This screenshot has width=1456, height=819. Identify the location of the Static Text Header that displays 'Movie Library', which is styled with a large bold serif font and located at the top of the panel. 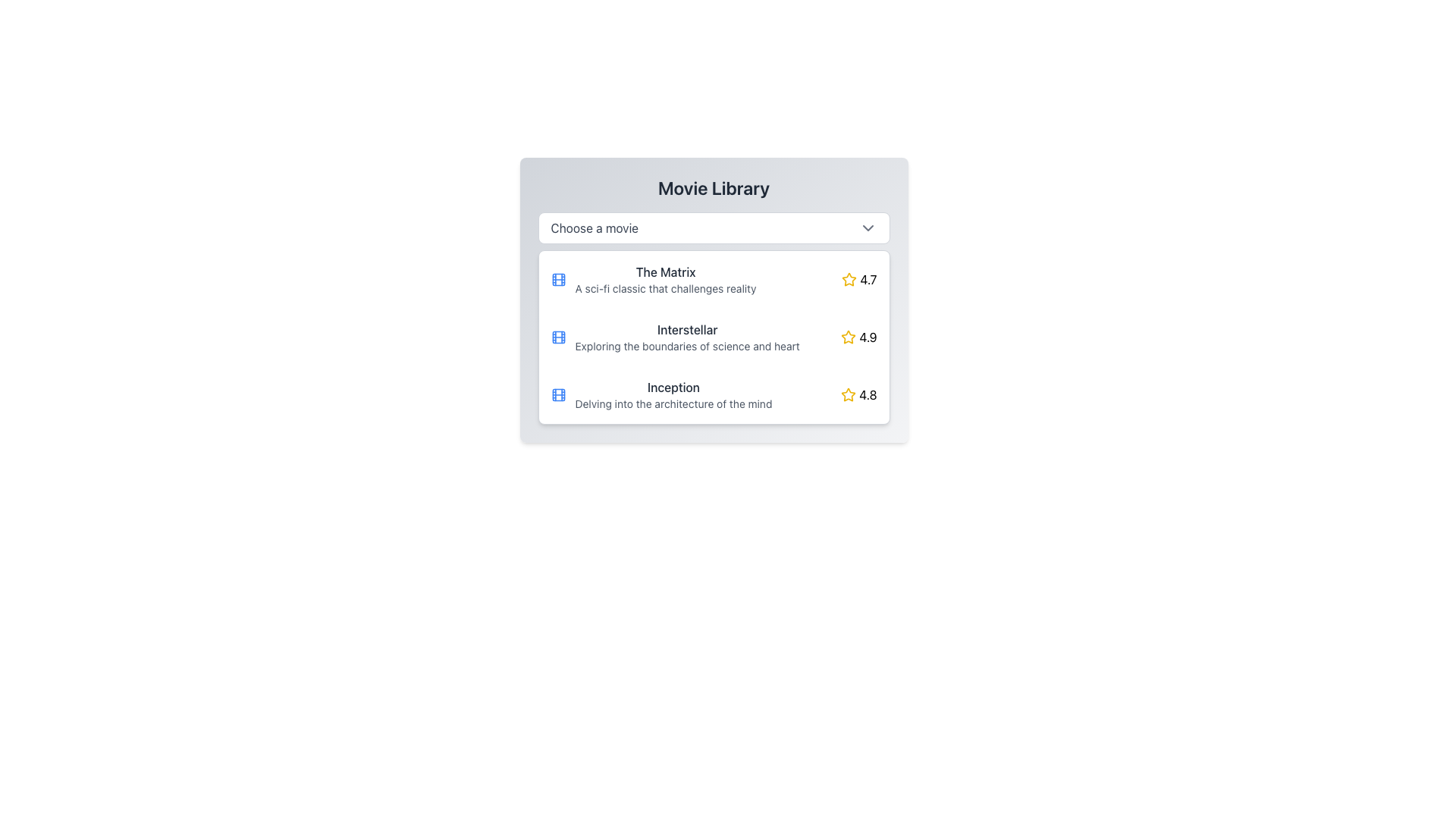
(713, 187).